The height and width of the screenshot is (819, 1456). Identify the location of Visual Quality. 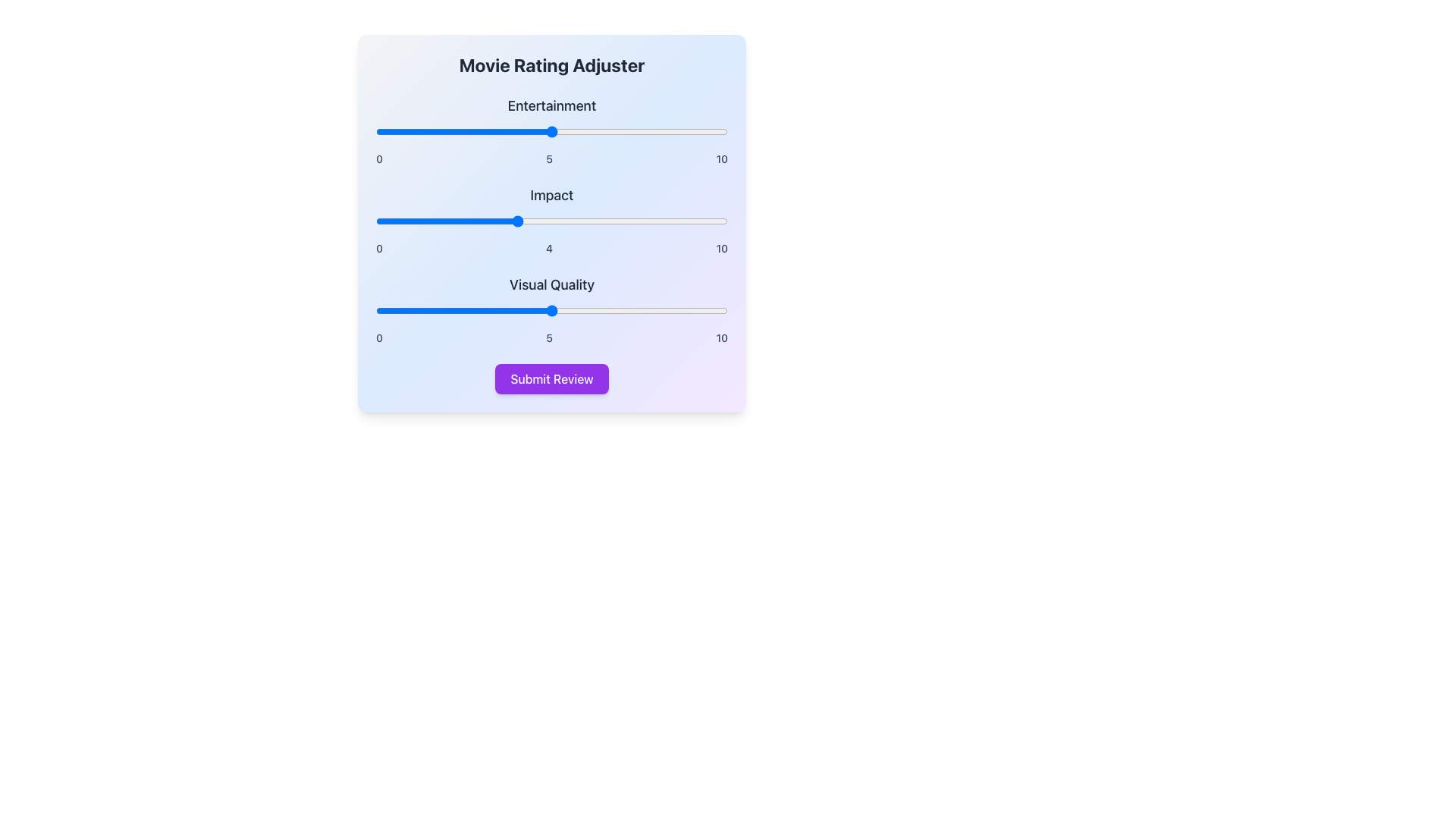
(586, 309).